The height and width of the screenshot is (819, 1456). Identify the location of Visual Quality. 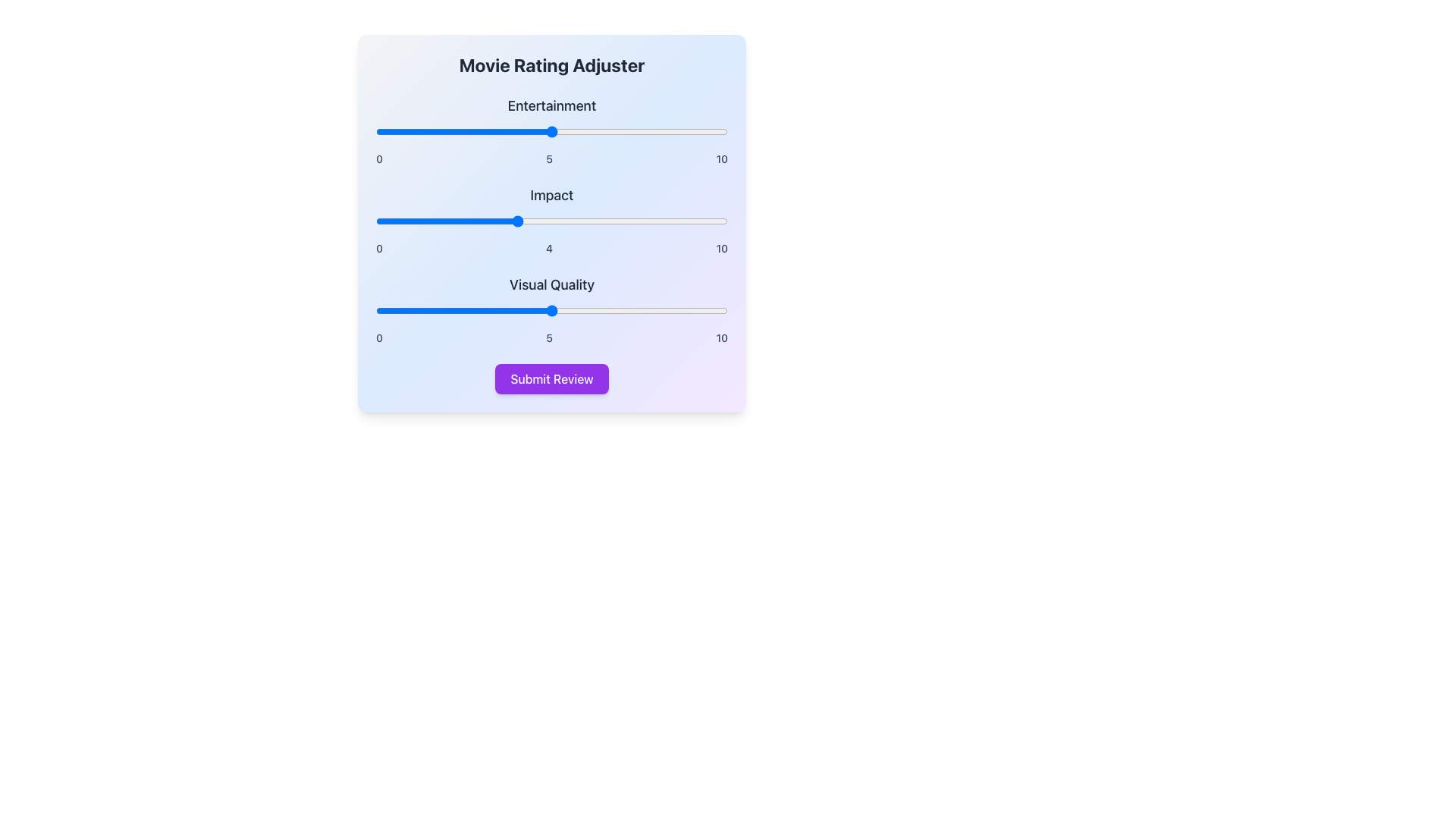
(586, 309).